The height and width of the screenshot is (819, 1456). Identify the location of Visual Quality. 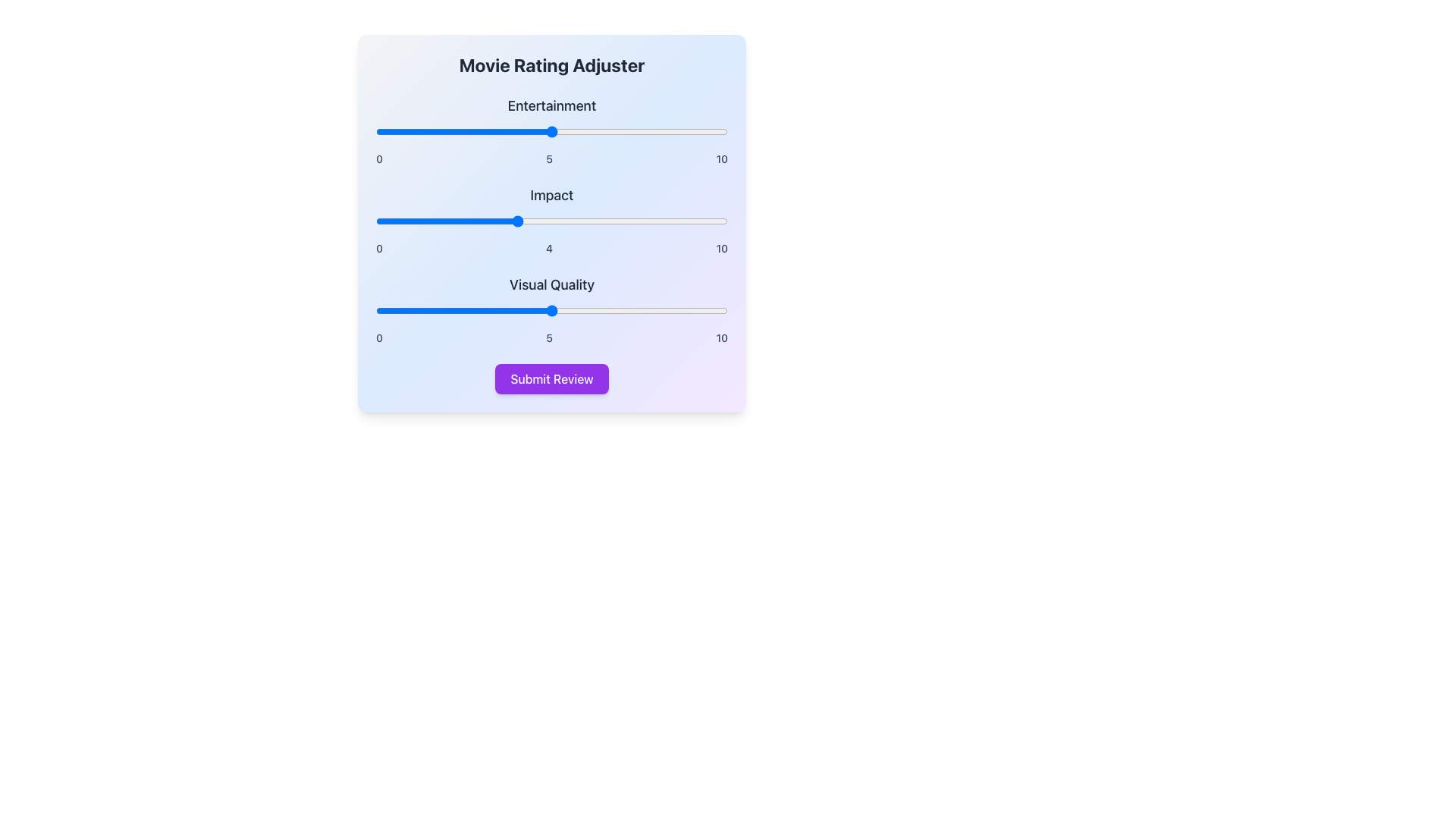
(586, 309).